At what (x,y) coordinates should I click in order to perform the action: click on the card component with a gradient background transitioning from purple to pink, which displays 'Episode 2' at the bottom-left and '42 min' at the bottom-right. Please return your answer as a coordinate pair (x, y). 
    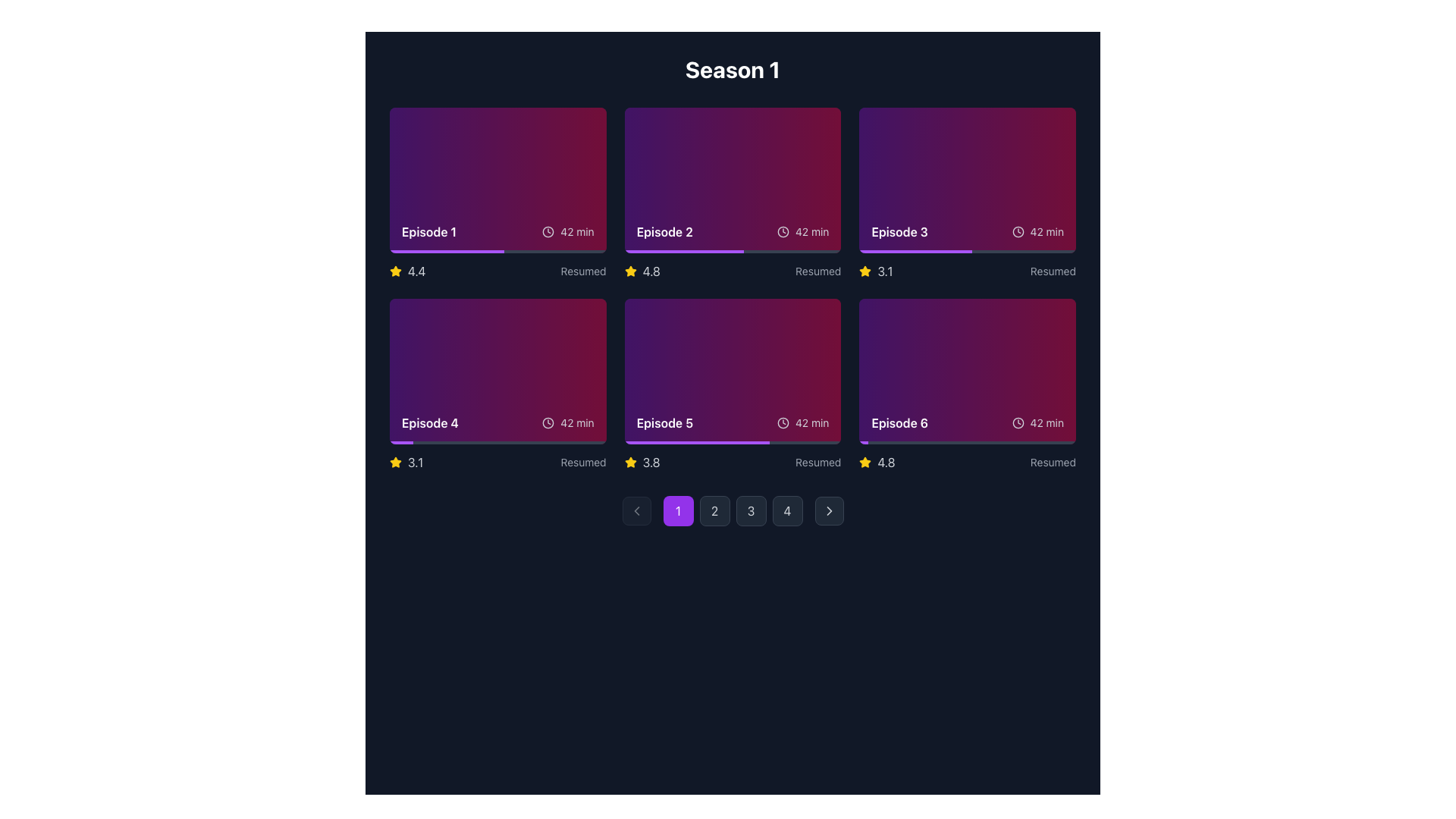
    Looking at the image, I should click on (733, 180).